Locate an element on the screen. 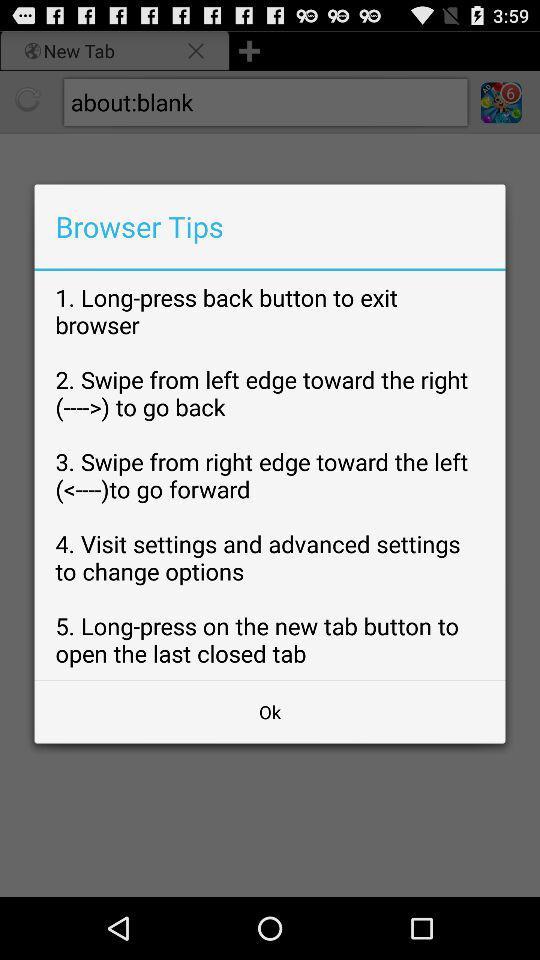 The width and height of the screenshot is (540, 960). the ok button is located at coordinates (270, 712).